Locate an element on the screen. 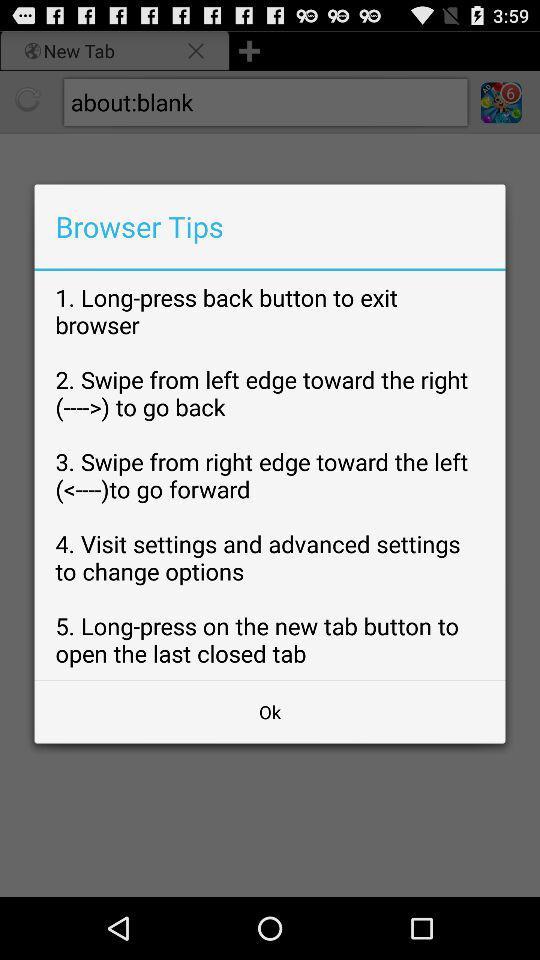 The width and height of the screenshot is (540, 960). the ok button is located at coordinates (270, 712).